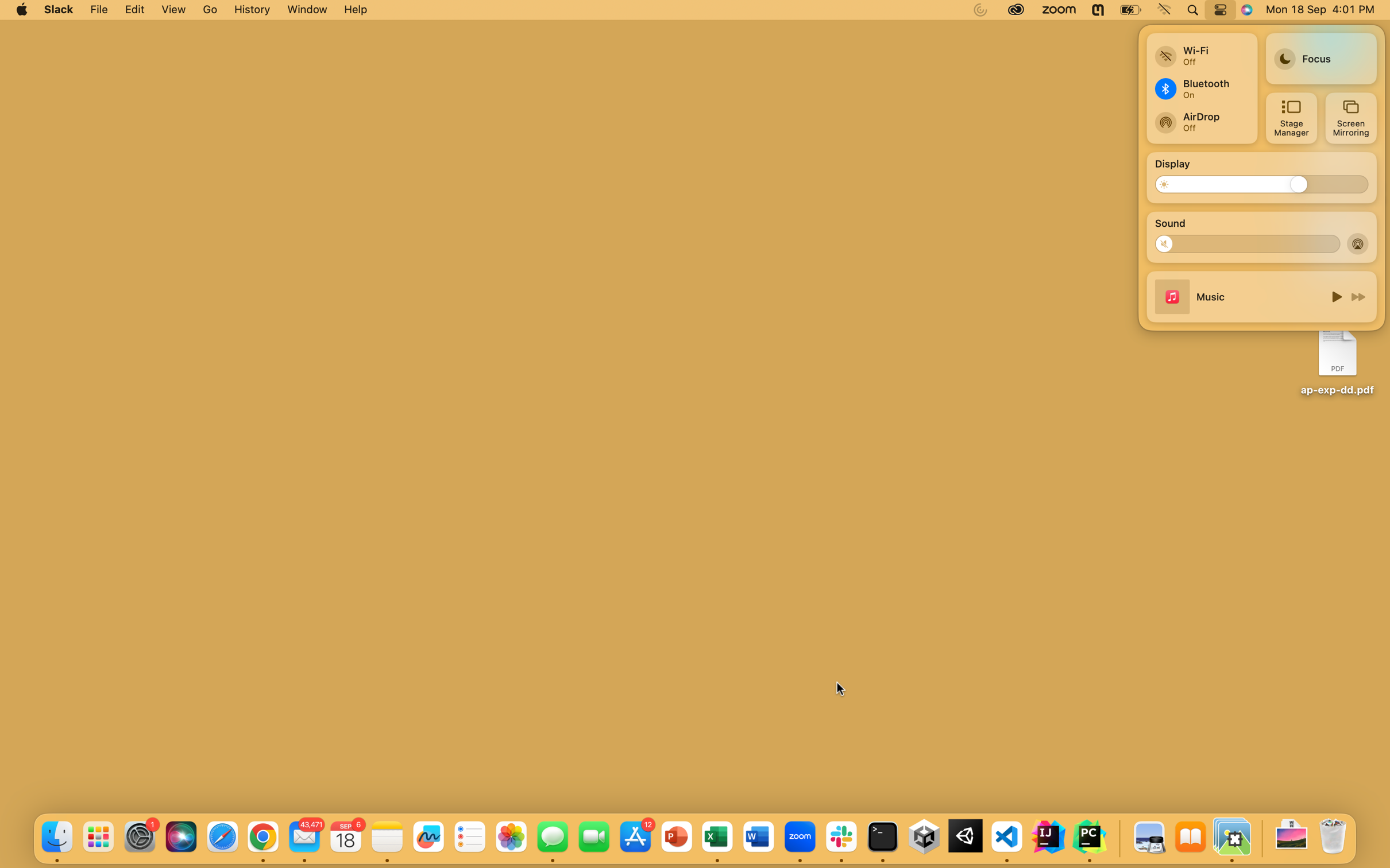  Describe the element at coordinates (1358, 243) in the screenshot. I see `Disable the airdrop feature` at that location.